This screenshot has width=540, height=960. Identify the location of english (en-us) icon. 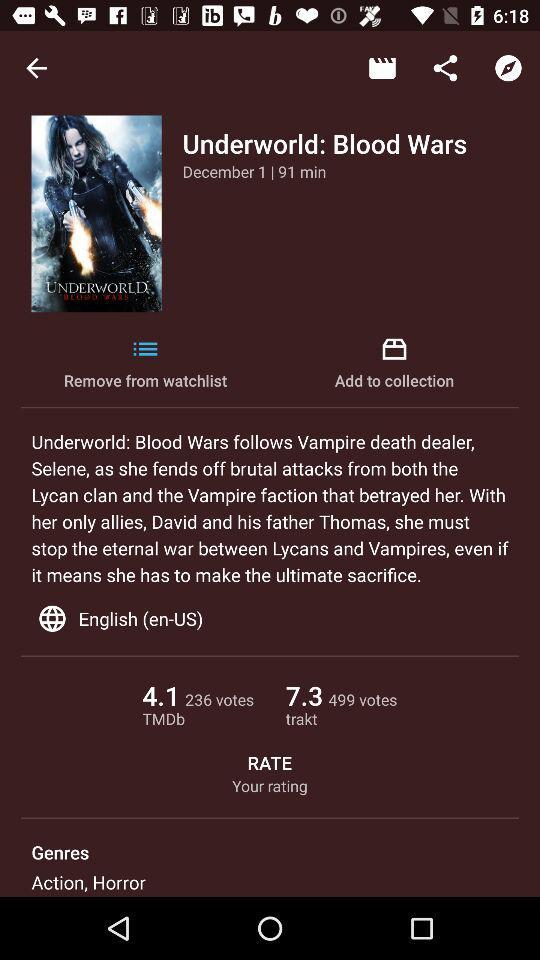
(270, 617).